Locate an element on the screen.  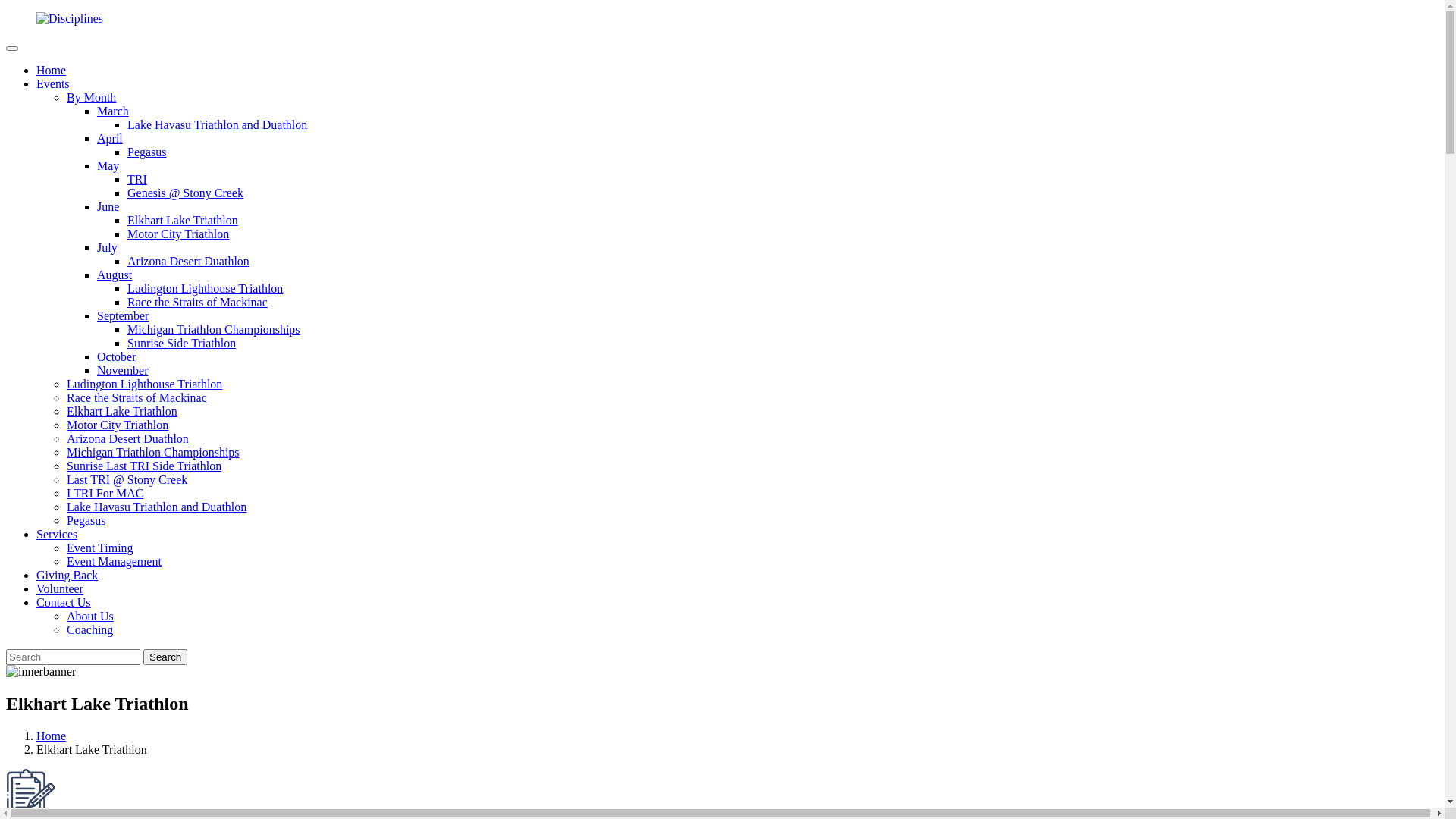
'Genesis @ Stony Creek' is located at coordinates (184, 192).